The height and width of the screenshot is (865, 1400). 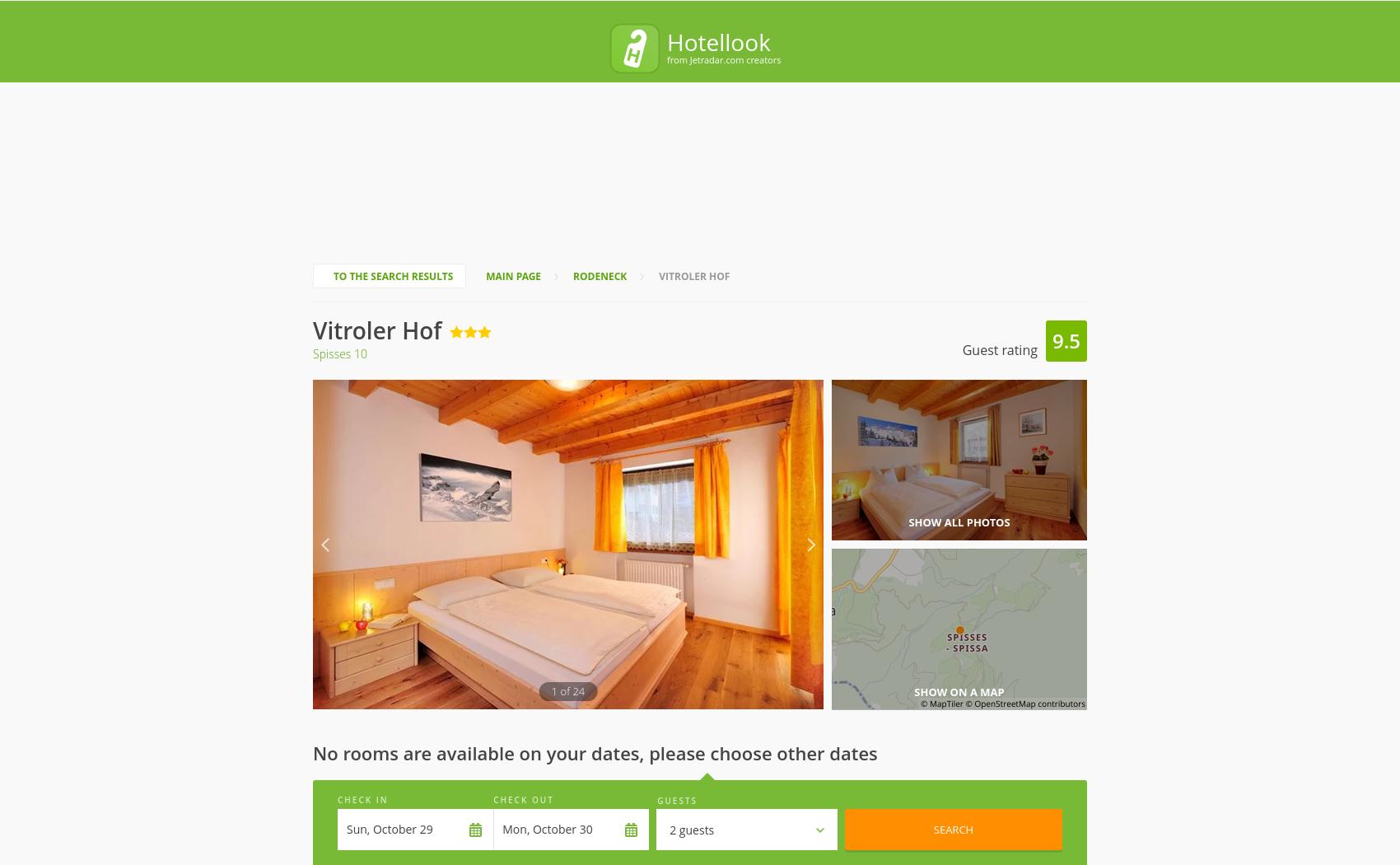 I want to click on 'Booking.com', so click(x=896, y=776).